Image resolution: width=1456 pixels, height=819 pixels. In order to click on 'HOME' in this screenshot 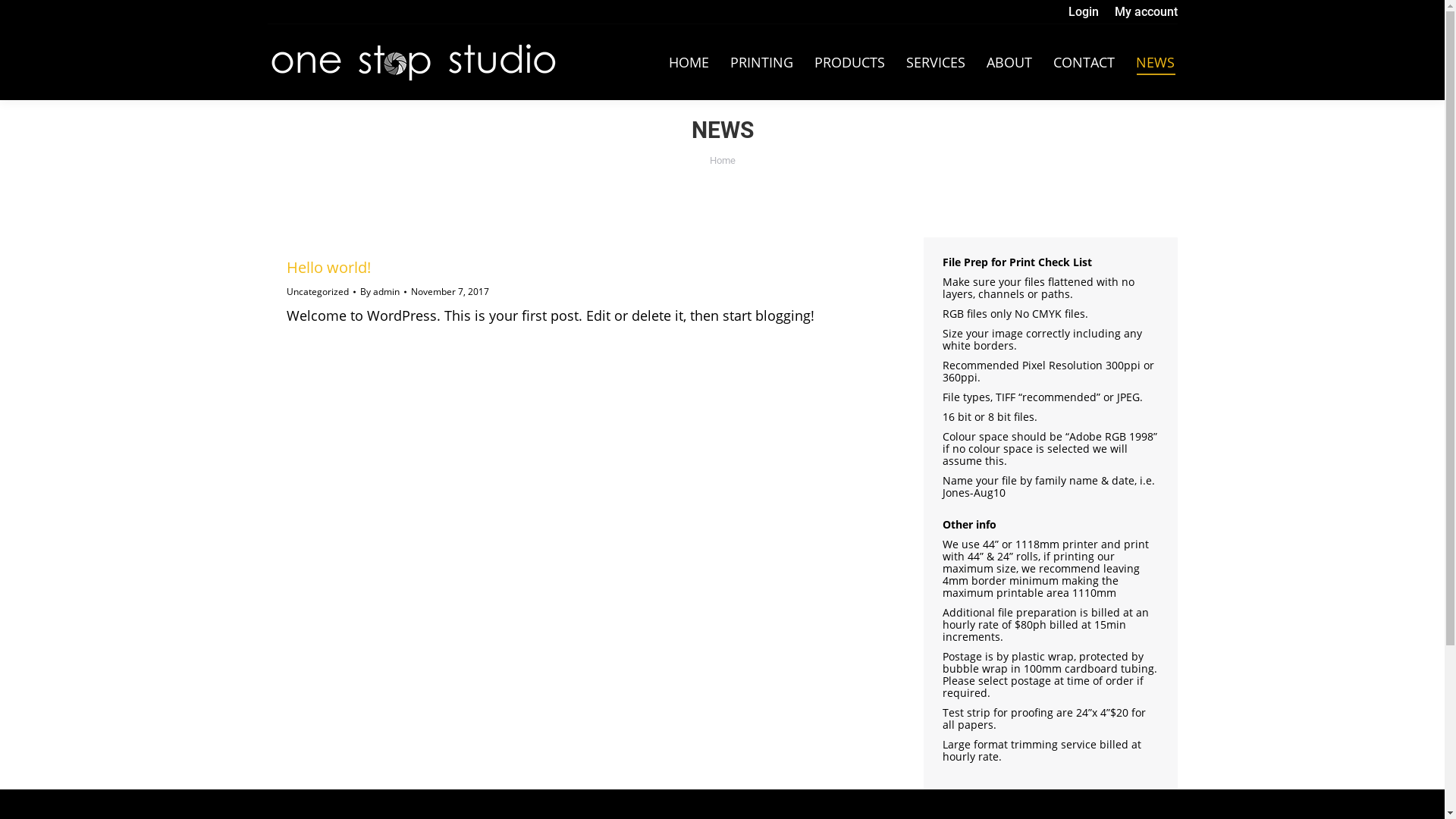, I will do `click(688, 61)`.